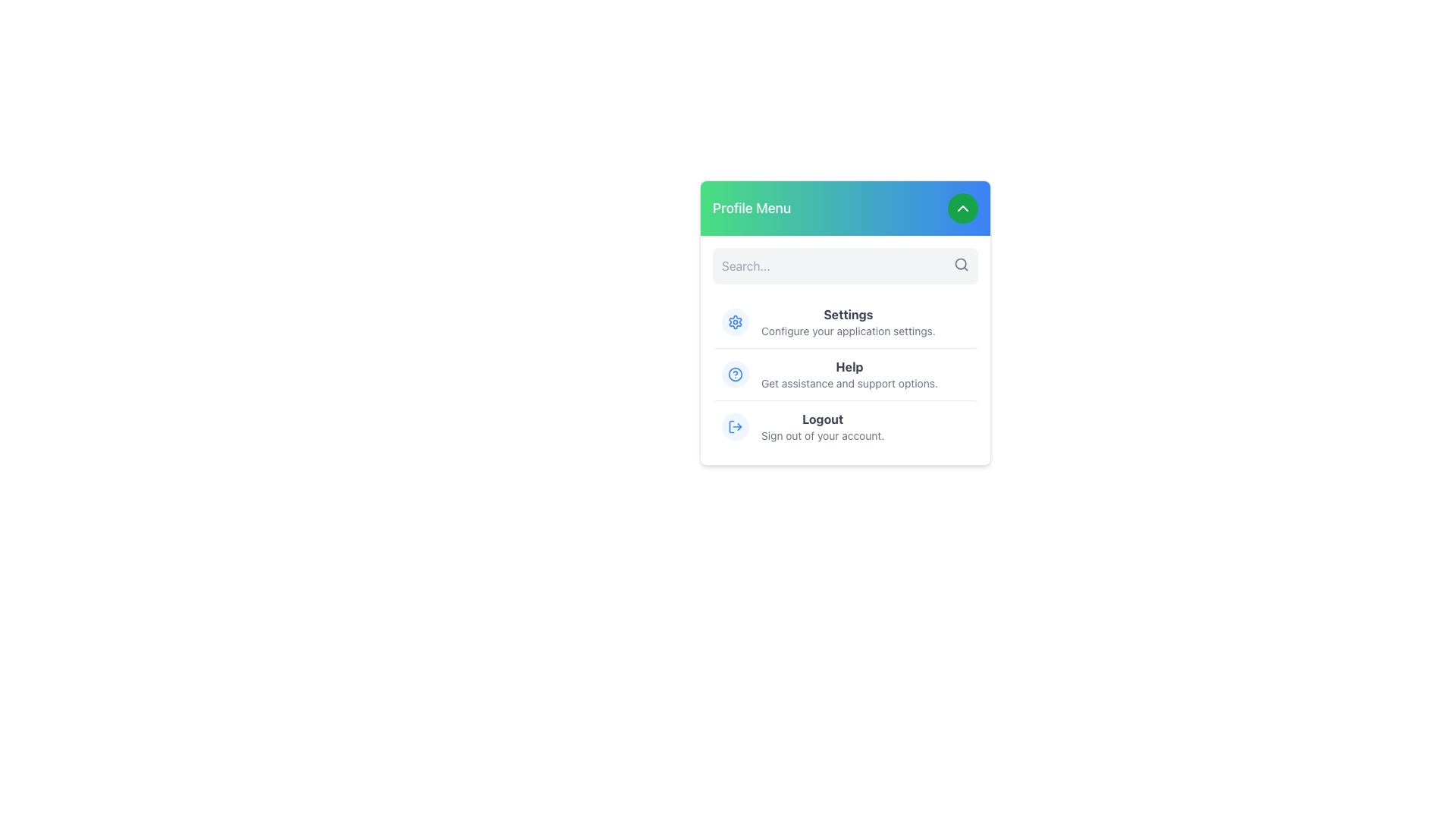  I want to click on the support options text label located in the Profile Menu, positioned between the Settings and Logout options, so click(849, 374).